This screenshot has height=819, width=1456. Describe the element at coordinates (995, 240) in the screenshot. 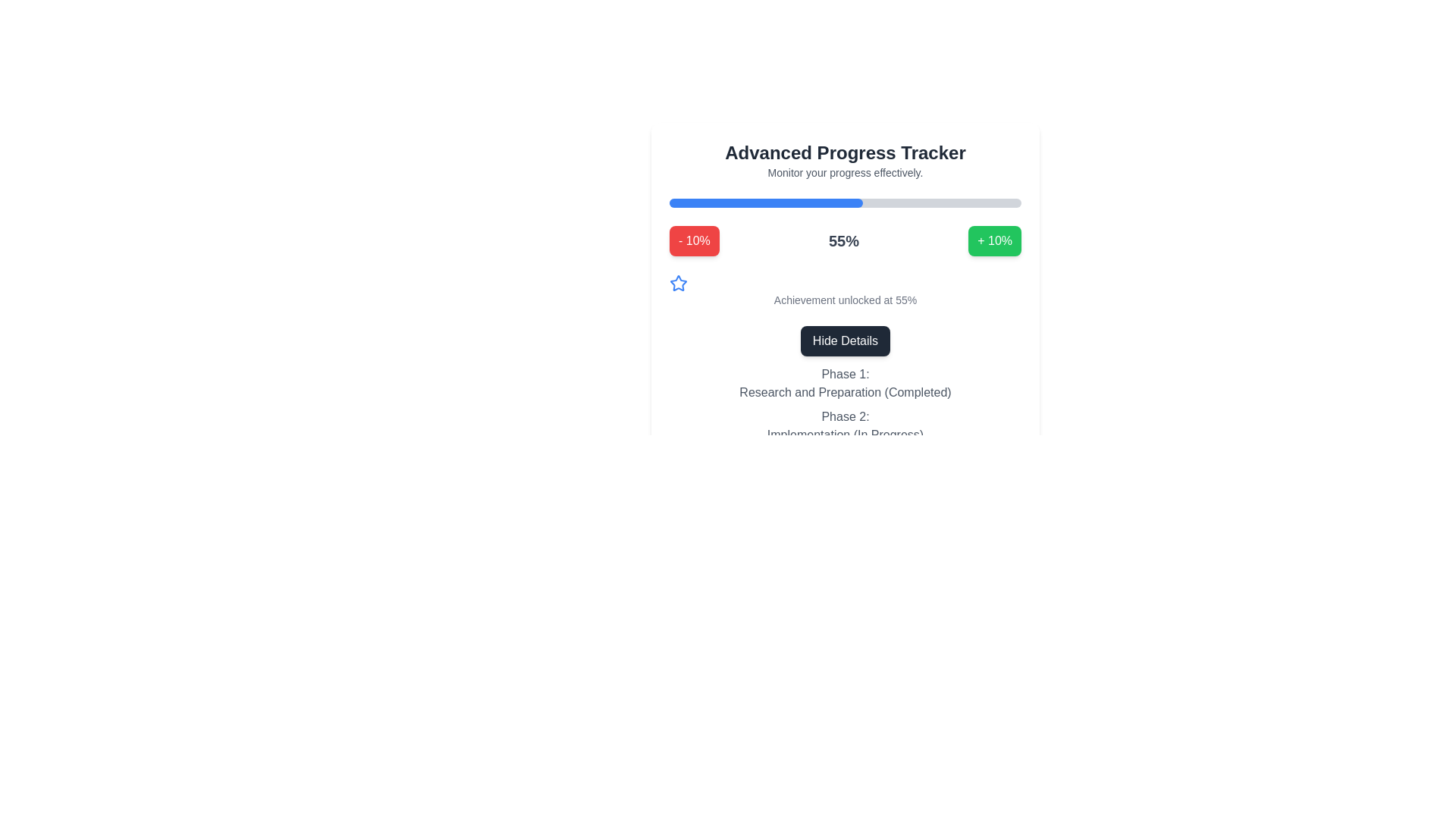

I see `the green button labeled '+ 10%' located at the top-right of the interface to initiate an increment action` at that location.